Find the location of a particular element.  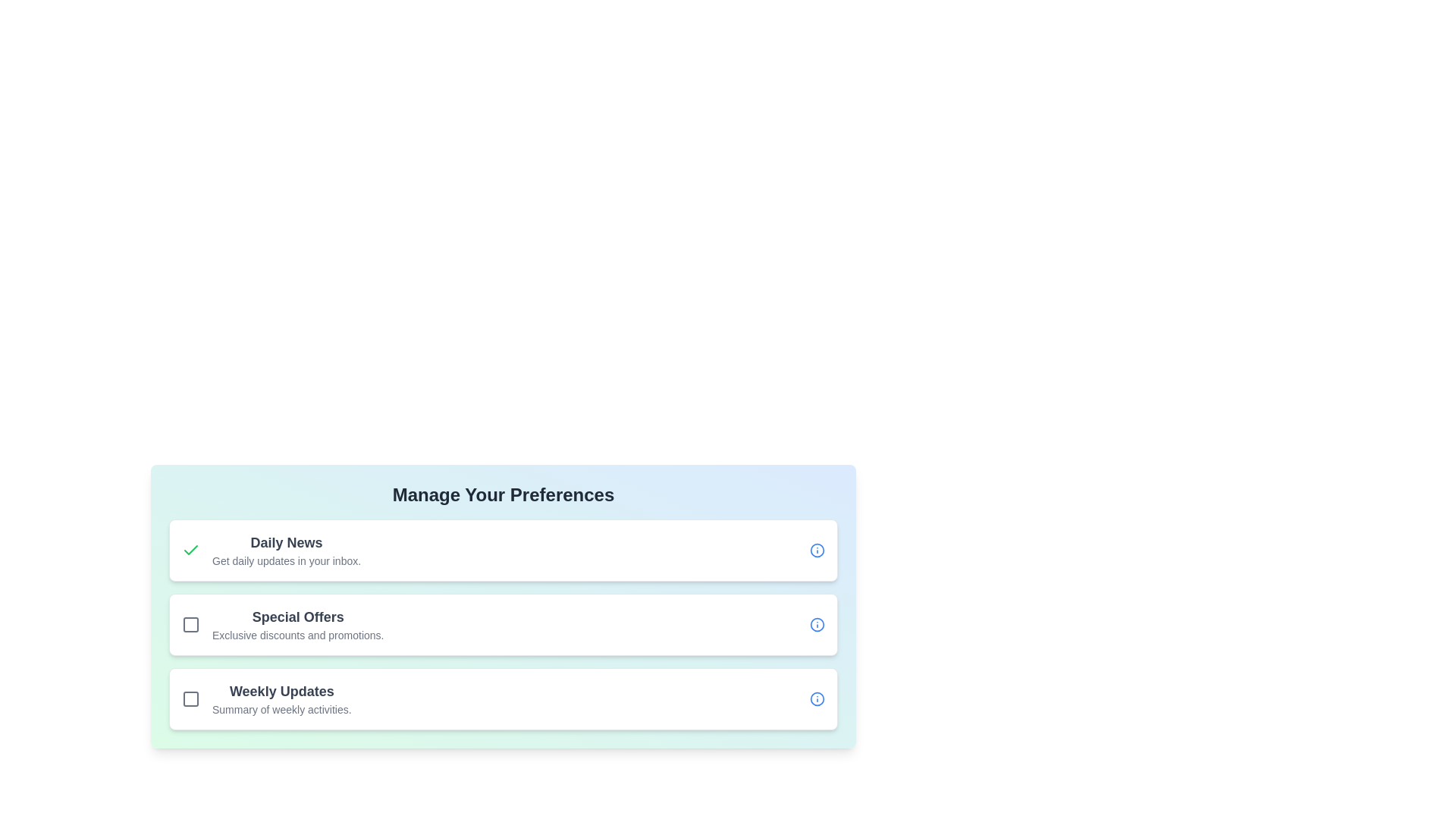

the checkbox for 'Special Offers' located in the second row under 'Manage Your Preferences' is located at coordinates (190, 625).